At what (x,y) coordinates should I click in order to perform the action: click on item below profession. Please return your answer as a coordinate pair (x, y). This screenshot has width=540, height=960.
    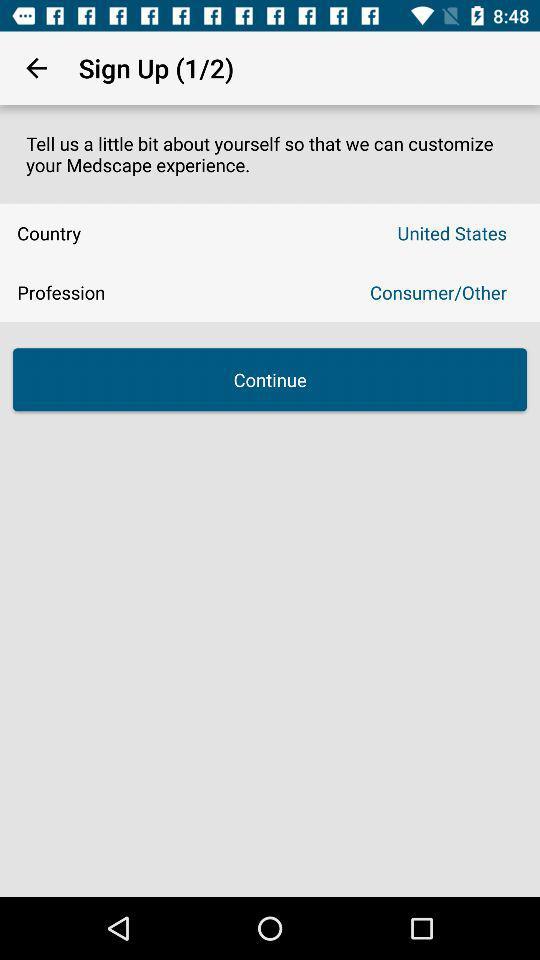
    Looking at the image, I should click on (270, 378).